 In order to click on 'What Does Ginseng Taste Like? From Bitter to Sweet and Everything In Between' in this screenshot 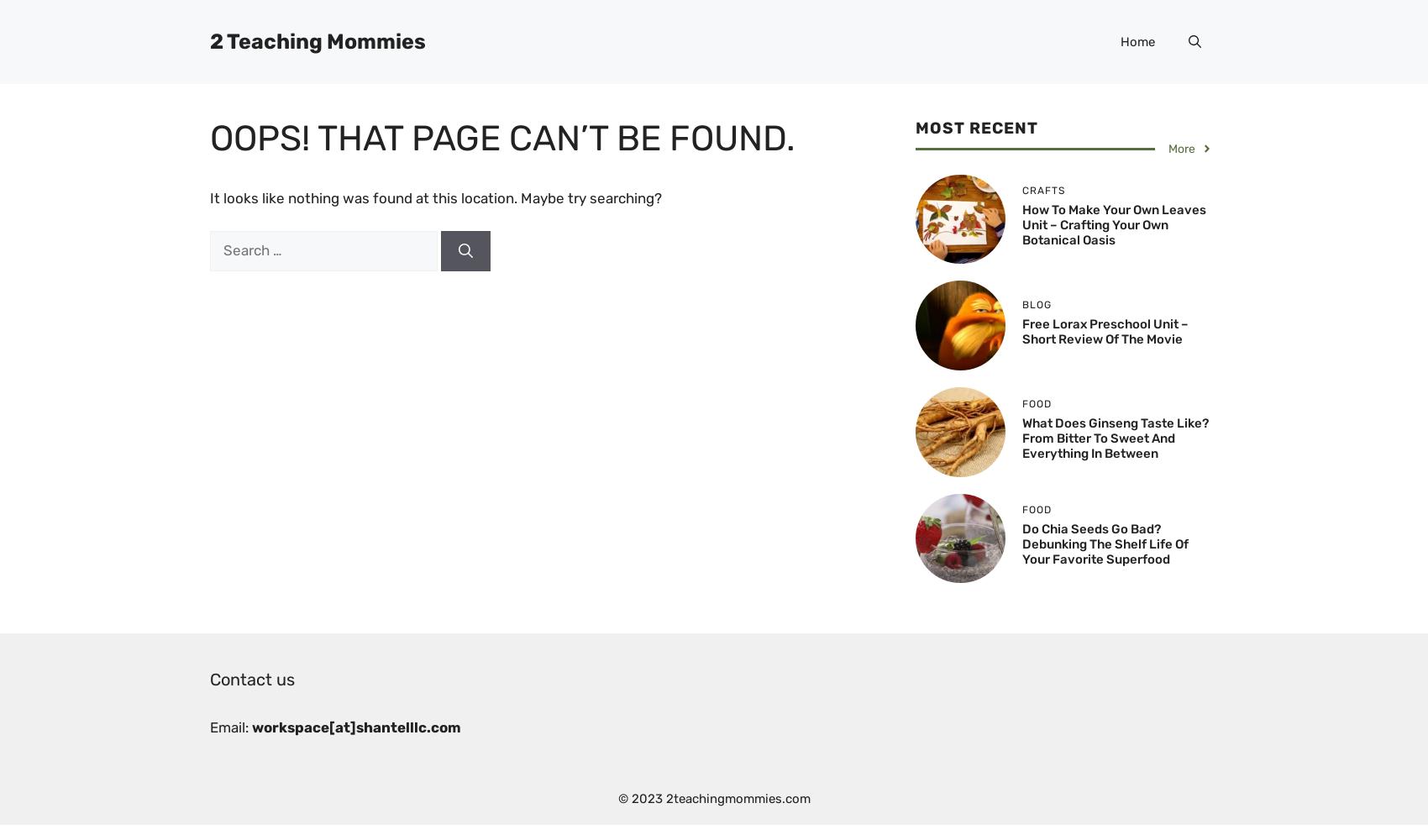, I will do `click(1115, 438)`.